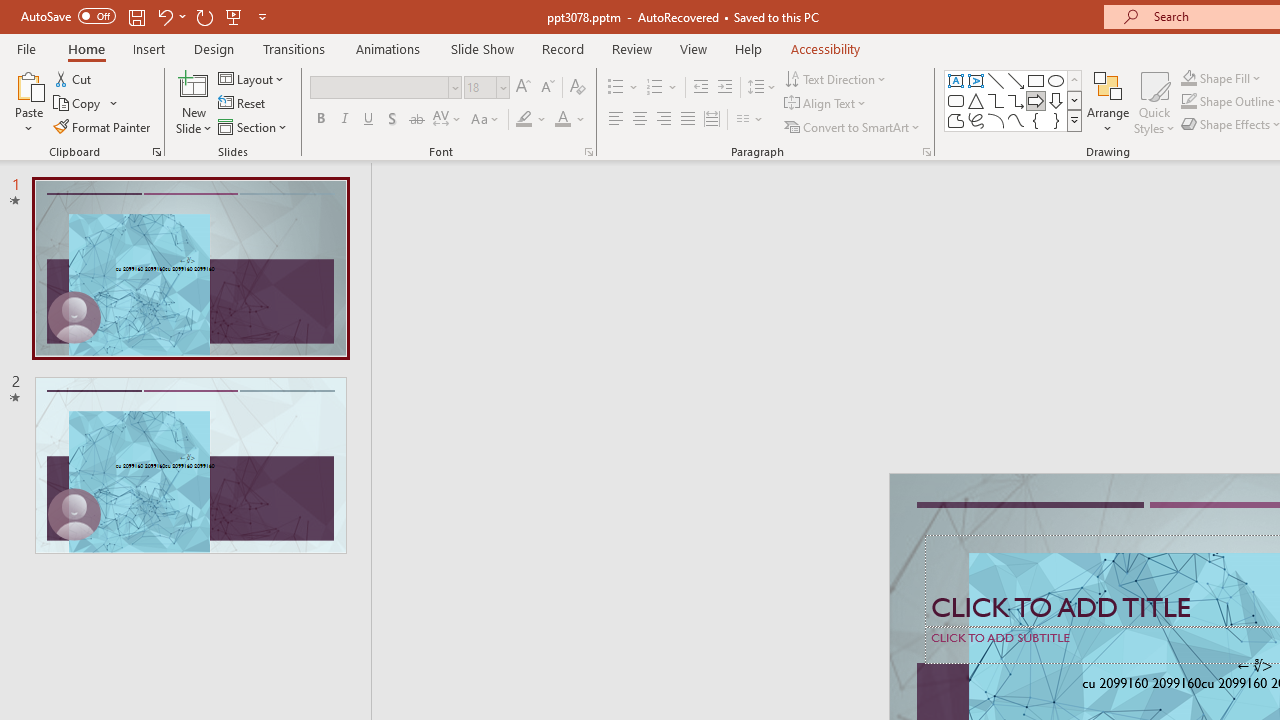 This screenshot has height=720, width=1280. Describe the element at coordinates (587, 150) in the screenshot. I see `'Font...'` at that location.